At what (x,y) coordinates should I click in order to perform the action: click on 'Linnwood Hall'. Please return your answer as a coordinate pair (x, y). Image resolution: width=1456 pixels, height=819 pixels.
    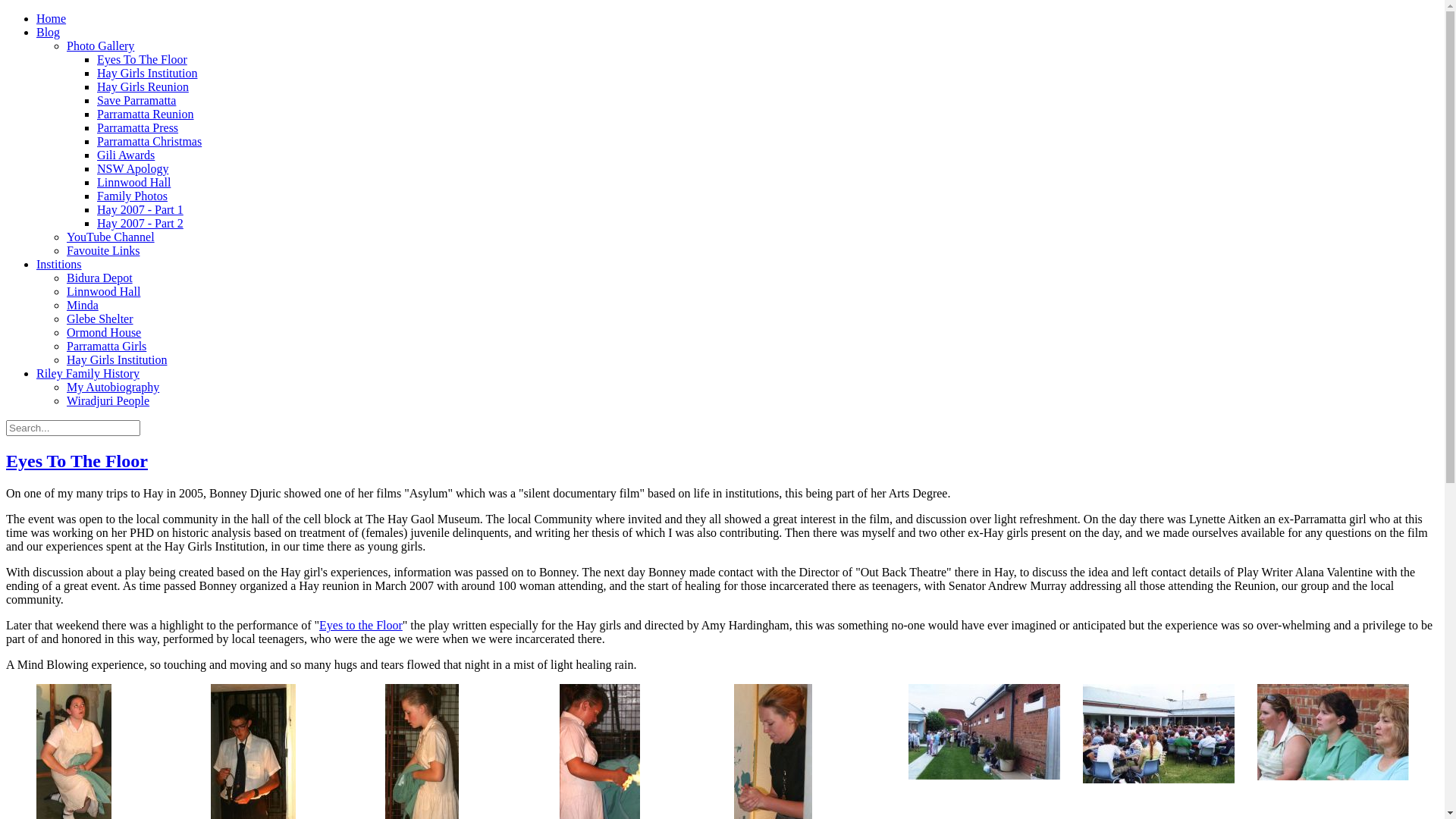
    Looking at the image, I should click on (96, 181).